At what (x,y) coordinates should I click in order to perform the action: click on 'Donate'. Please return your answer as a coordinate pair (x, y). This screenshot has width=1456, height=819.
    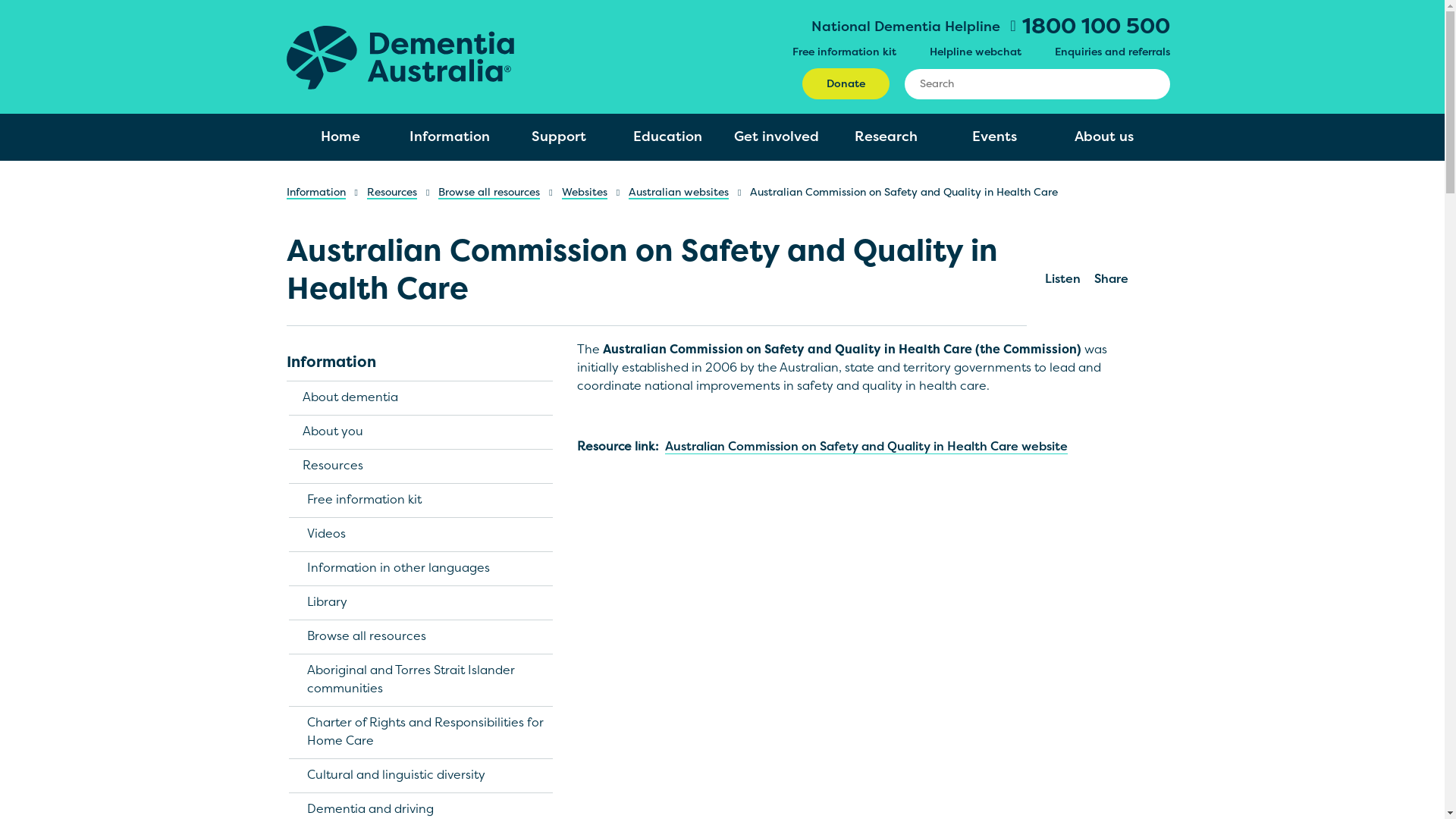
    Looking at the image, I should click on (845, 83).